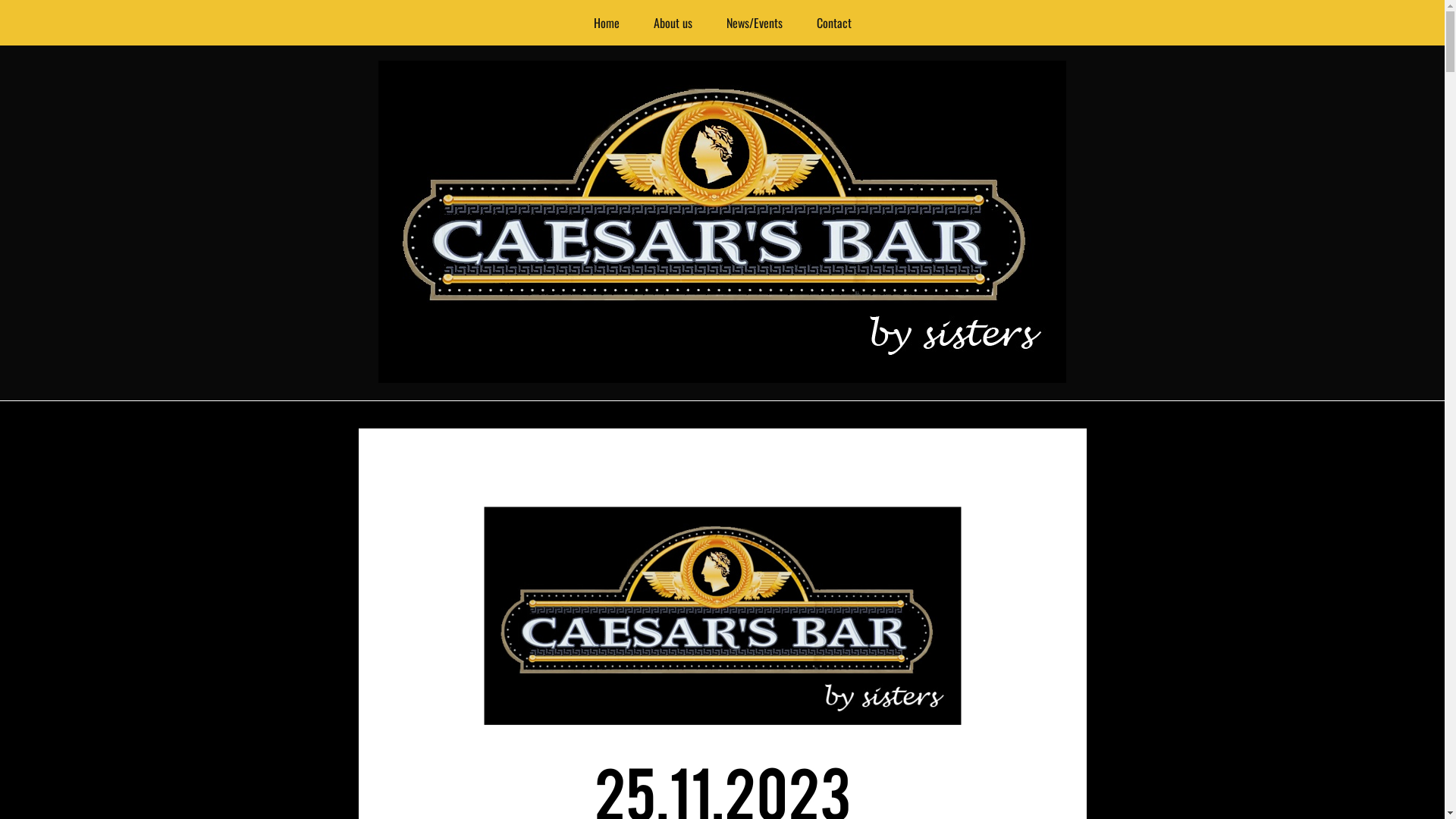 The height and width of the screenshot is (819, 1456). I want to click on 'Contact', so click(833, 23).